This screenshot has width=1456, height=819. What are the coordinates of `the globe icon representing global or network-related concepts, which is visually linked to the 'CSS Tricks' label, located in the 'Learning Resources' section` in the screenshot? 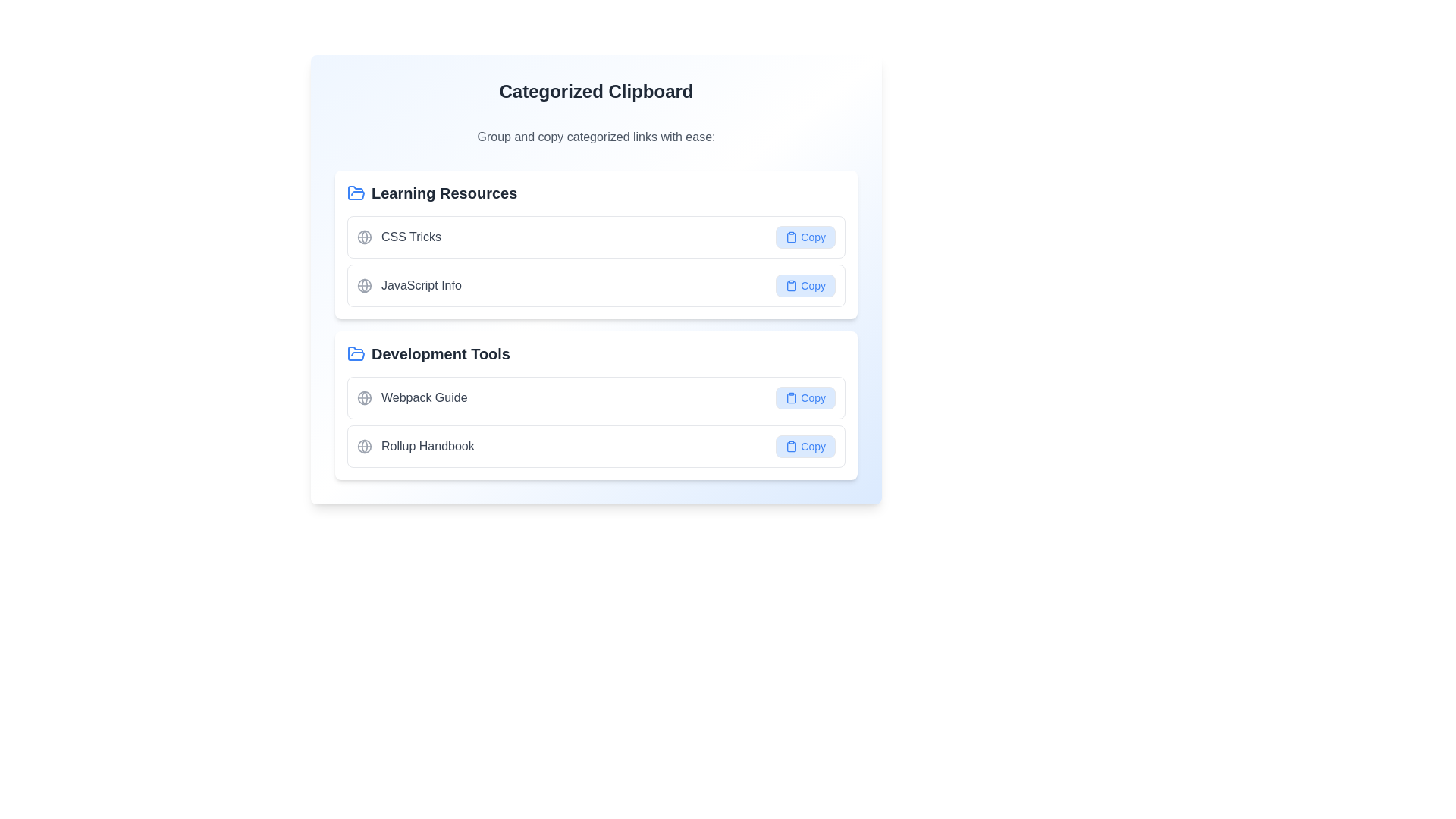 It's located at (364, 237).